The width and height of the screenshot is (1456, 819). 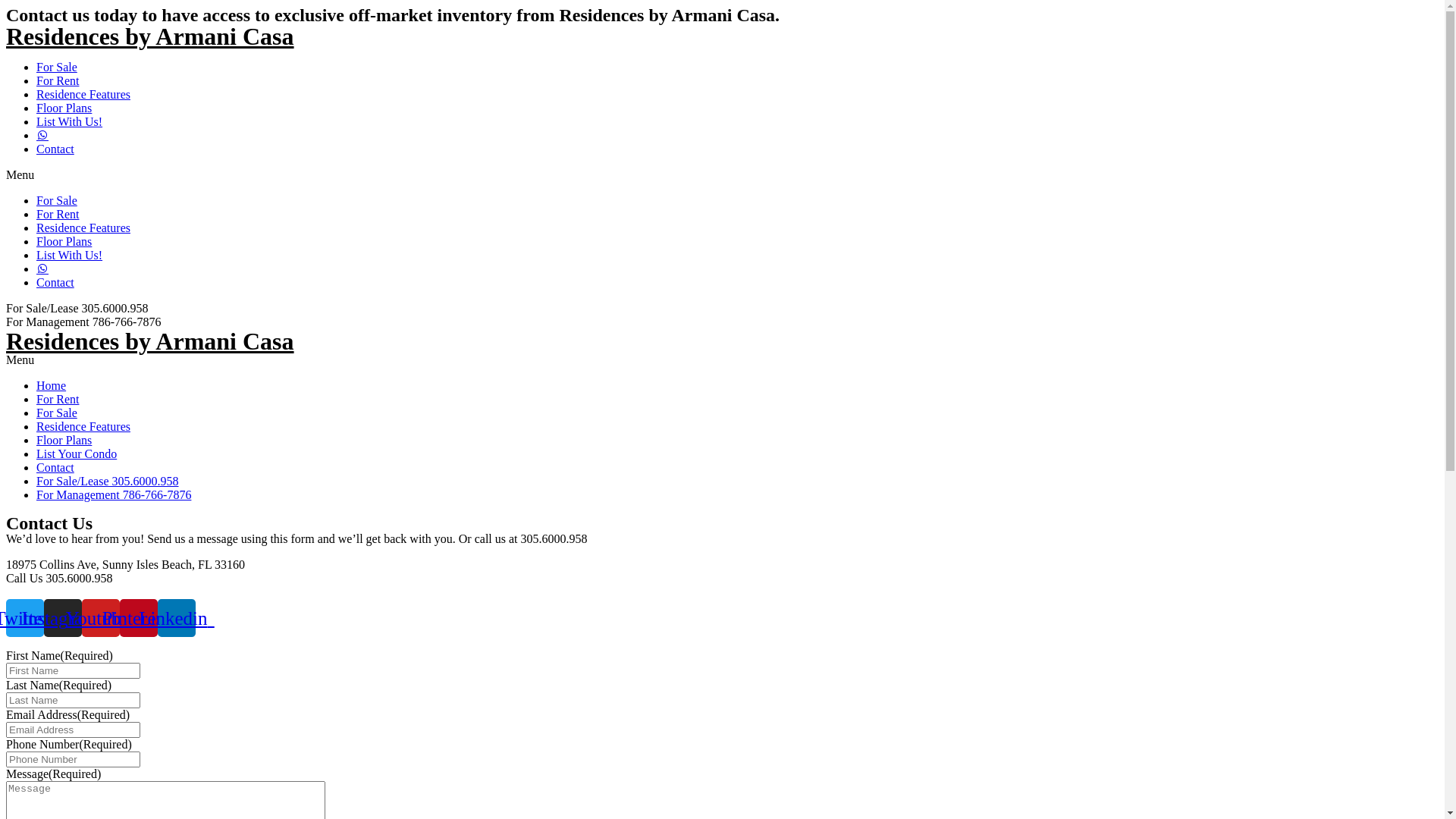 I want to click on 'For Rent', so click(x=58, y=80).